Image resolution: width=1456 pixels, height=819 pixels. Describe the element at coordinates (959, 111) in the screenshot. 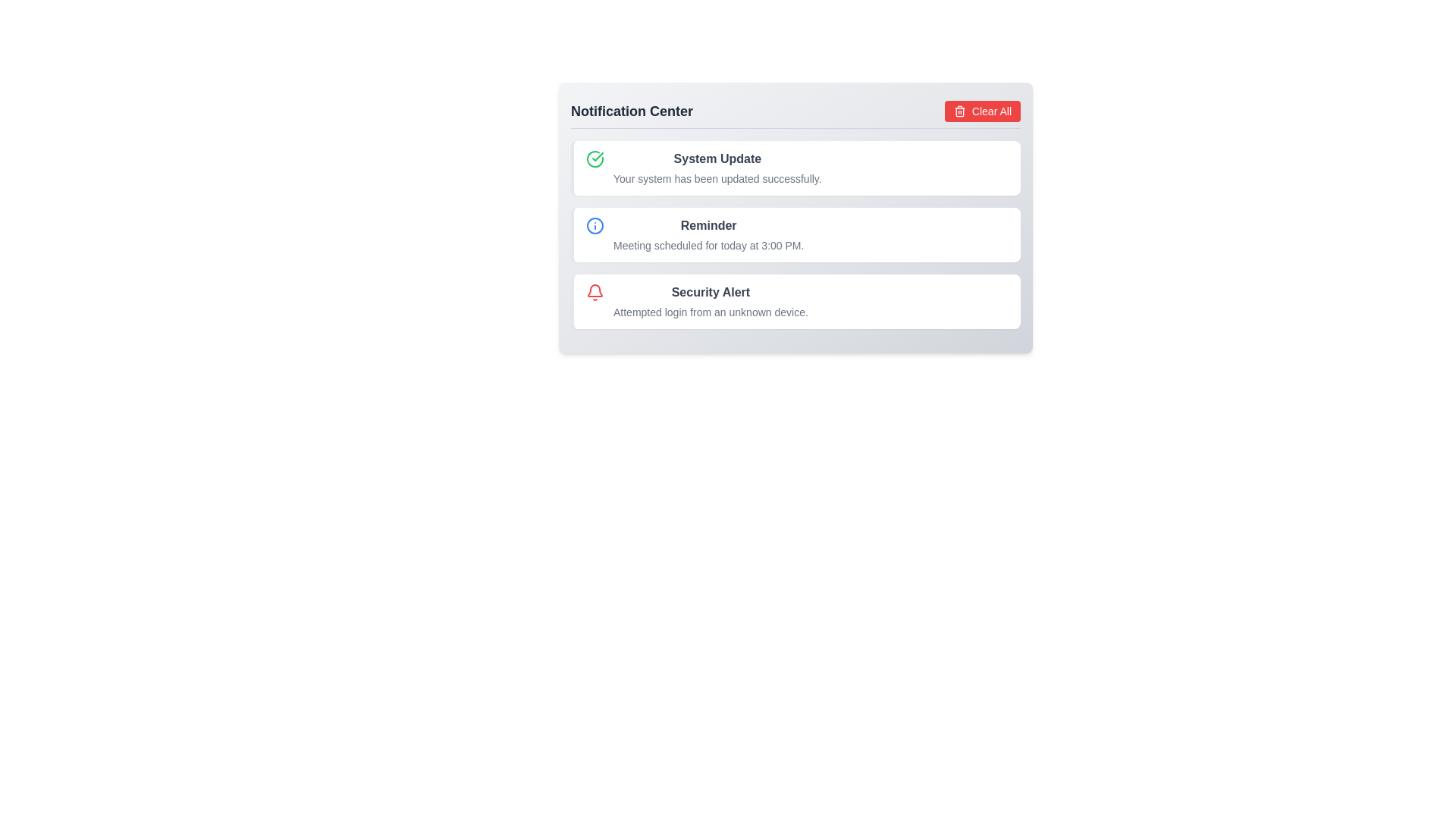

I see `the trash can icon, which is located to the left of the red 'Clear All' button in the top-right corner of the notification window` at that location.